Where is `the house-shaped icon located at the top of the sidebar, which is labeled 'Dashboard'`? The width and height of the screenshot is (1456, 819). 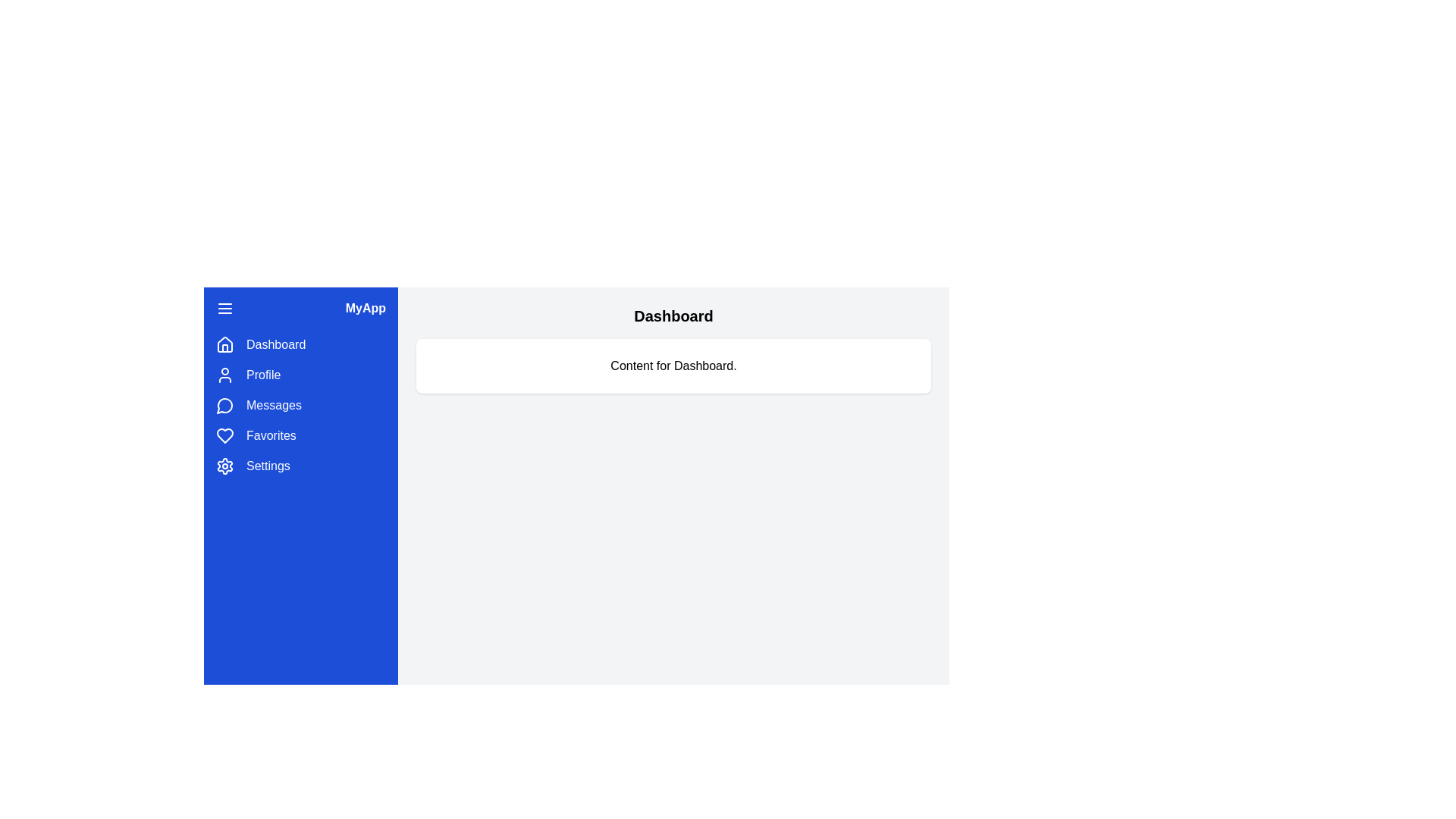
the house-shaped icon located at the top of the sidebar, which is labeled 'Dashboard' is located at coordinates (224, 345).